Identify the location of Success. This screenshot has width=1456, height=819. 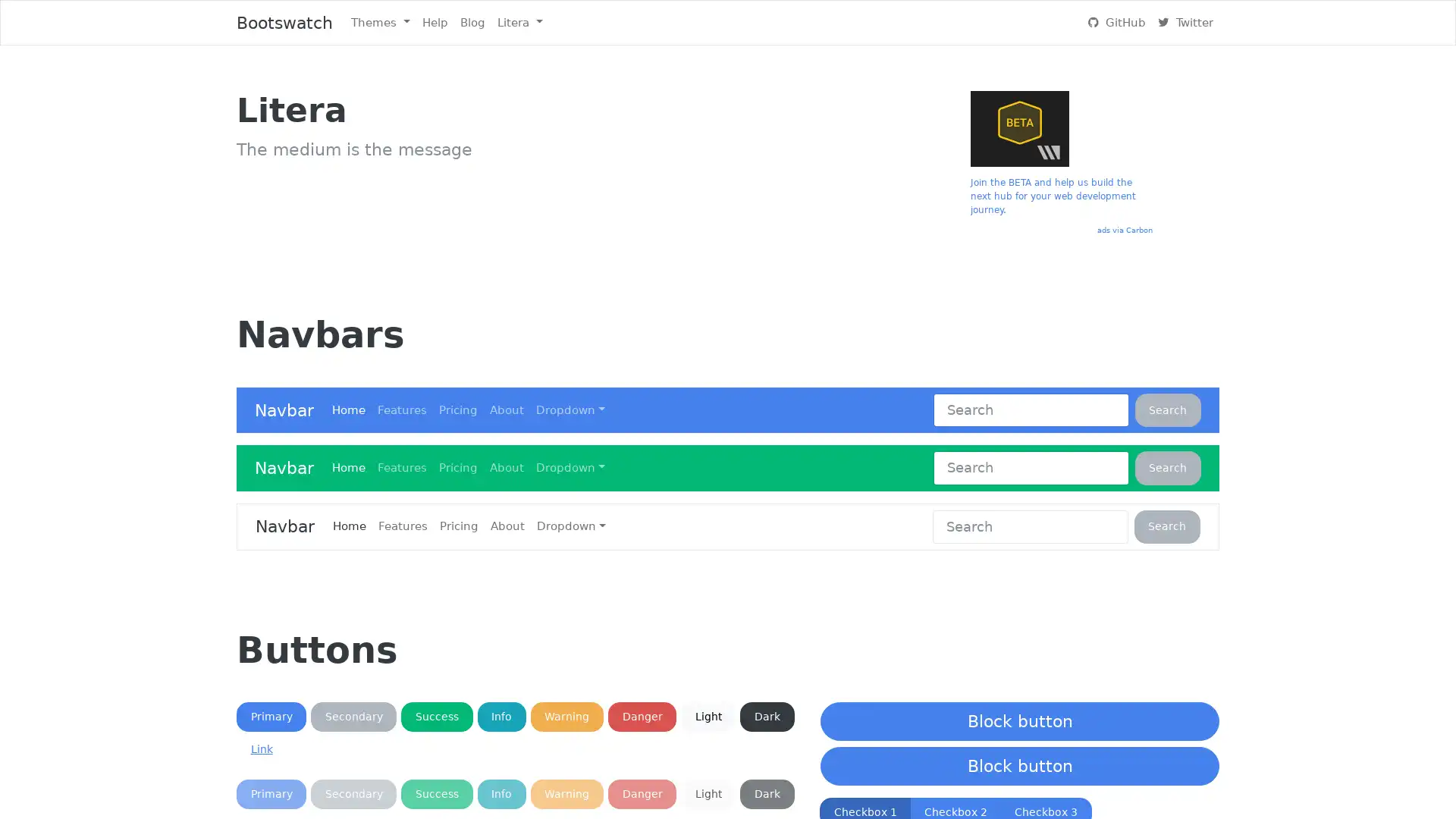
(436, 793).